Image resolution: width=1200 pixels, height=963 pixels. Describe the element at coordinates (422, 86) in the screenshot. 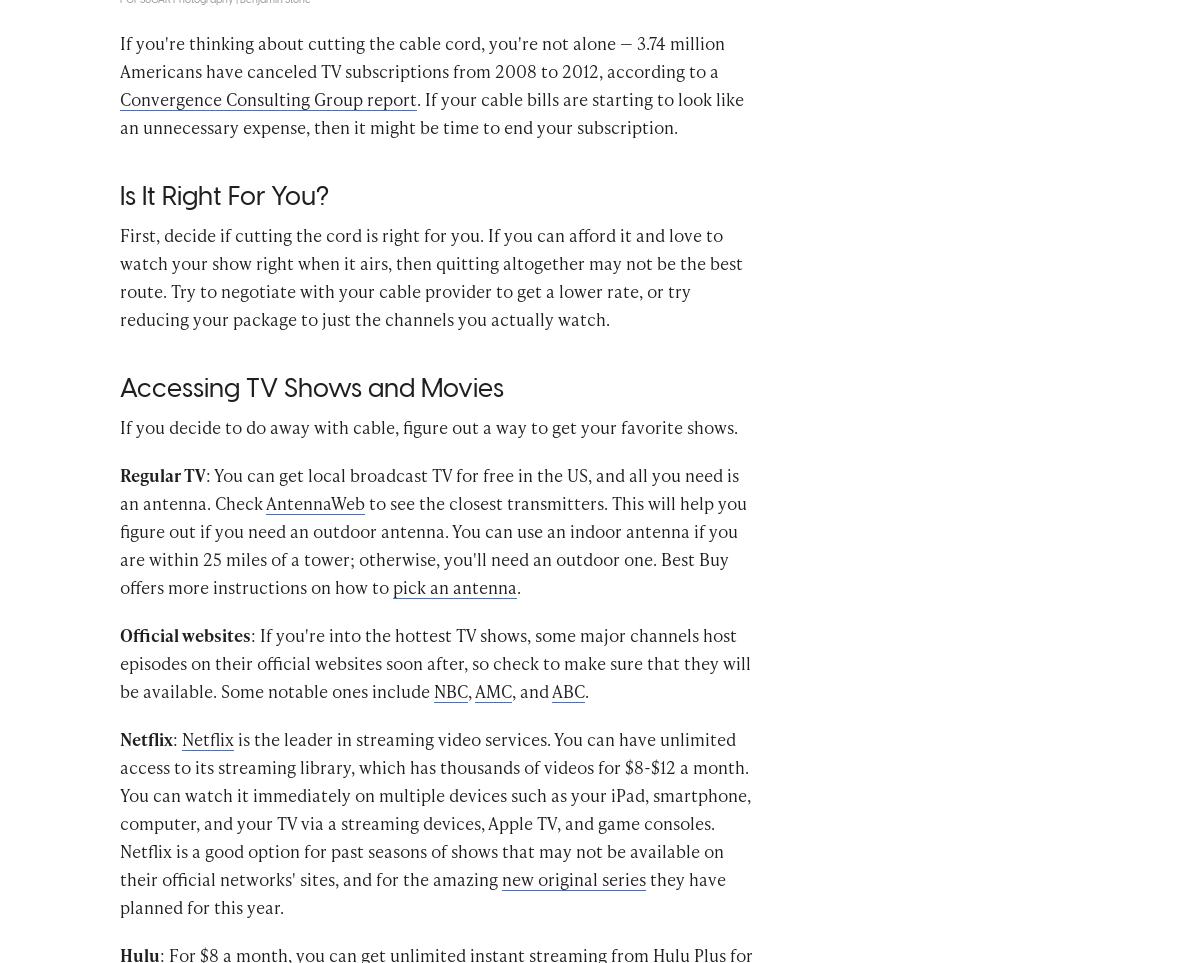

I see `'If you're thinking about cutting the cable cord, you're not alone — 3.74 million Americans have canceled TV subscriptions from 2008 to 2012, according to a'` at that location.